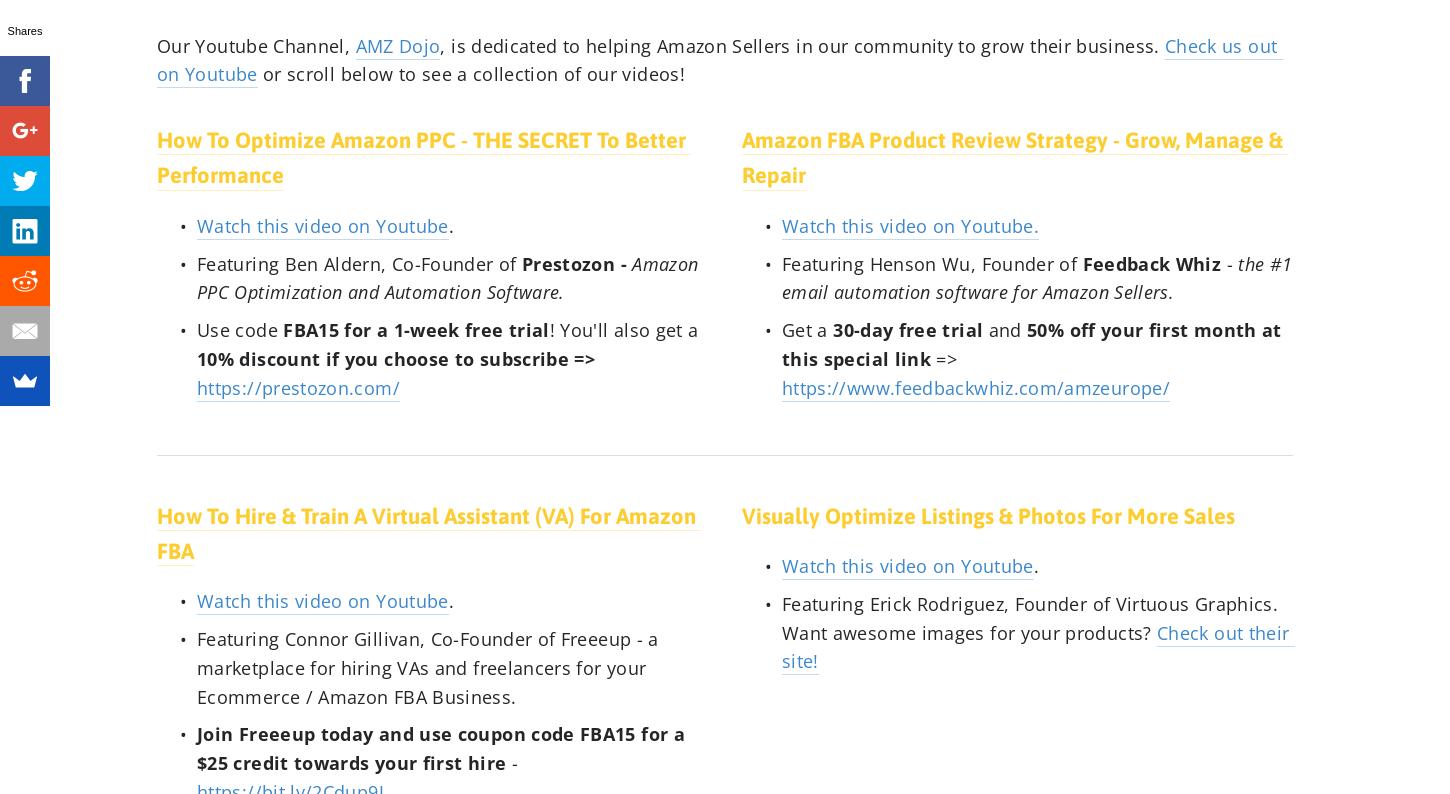  What do you see at coordinates (987, 513) in the screenshot?
I see `'Visually Optimize Listings & Photos For More Sales'` at bounding box center [987, 513].